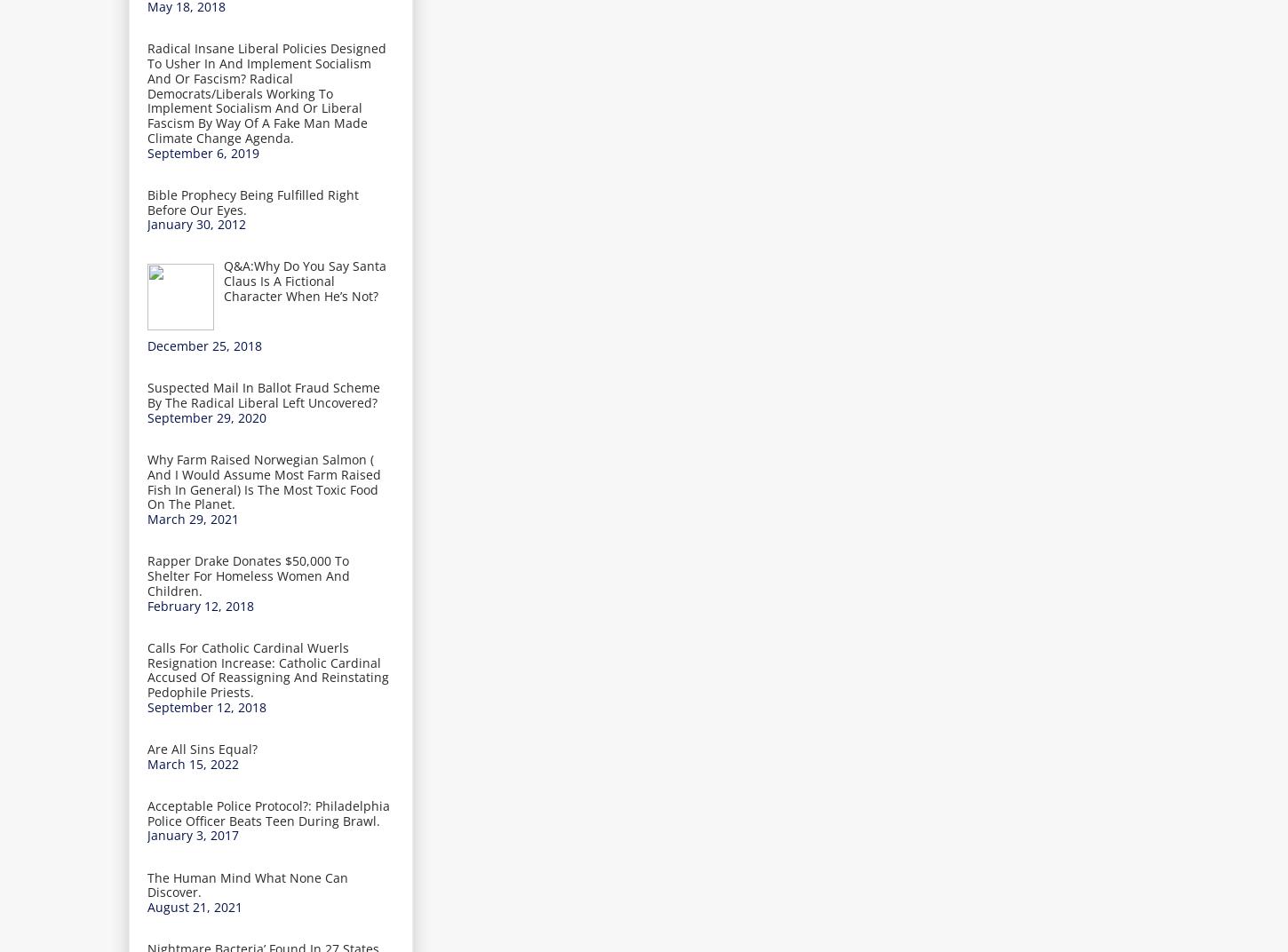 This screenshot has height=952, width=1288. What do you see at coordinates (192, 518) in the screenshot?
I see `'March 29, 2021'` at bounding box center [192, 518].